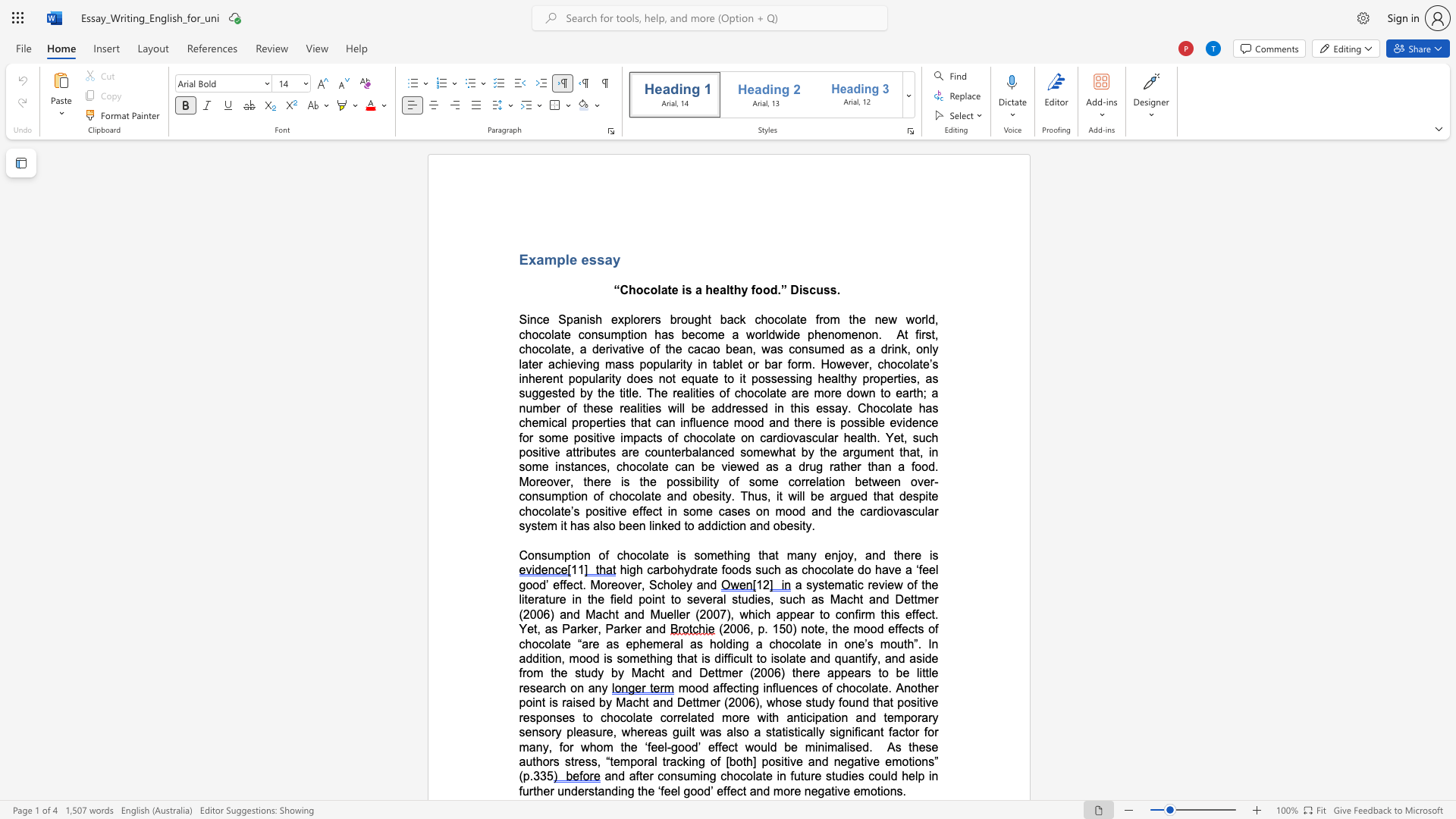  I want to click on the space between the continuous character "p" and "o" in the text, so click(758, 378).